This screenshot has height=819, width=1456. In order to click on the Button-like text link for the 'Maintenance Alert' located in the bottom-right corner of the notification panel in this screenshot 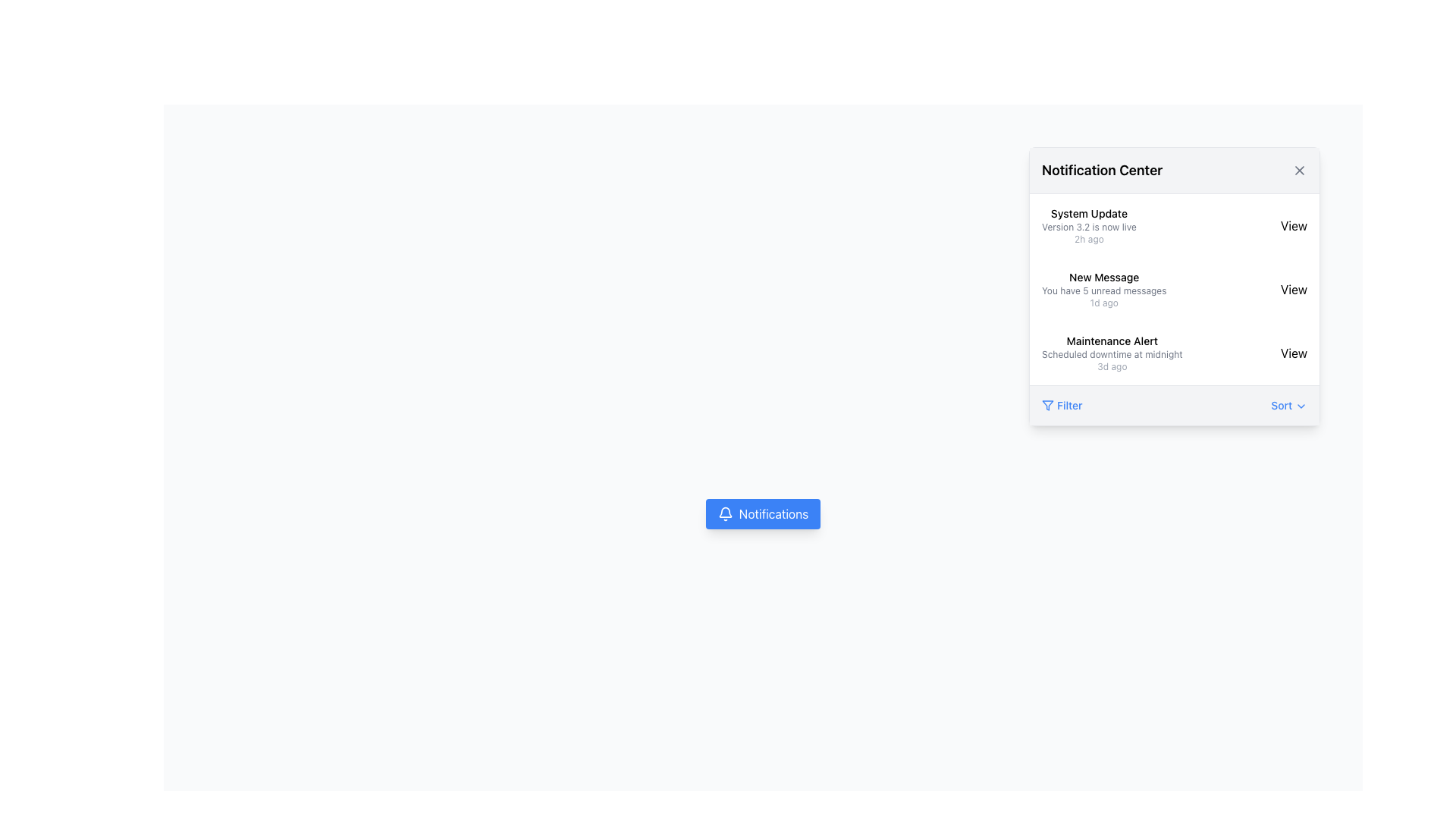, I will do `click(1293, 353)`.